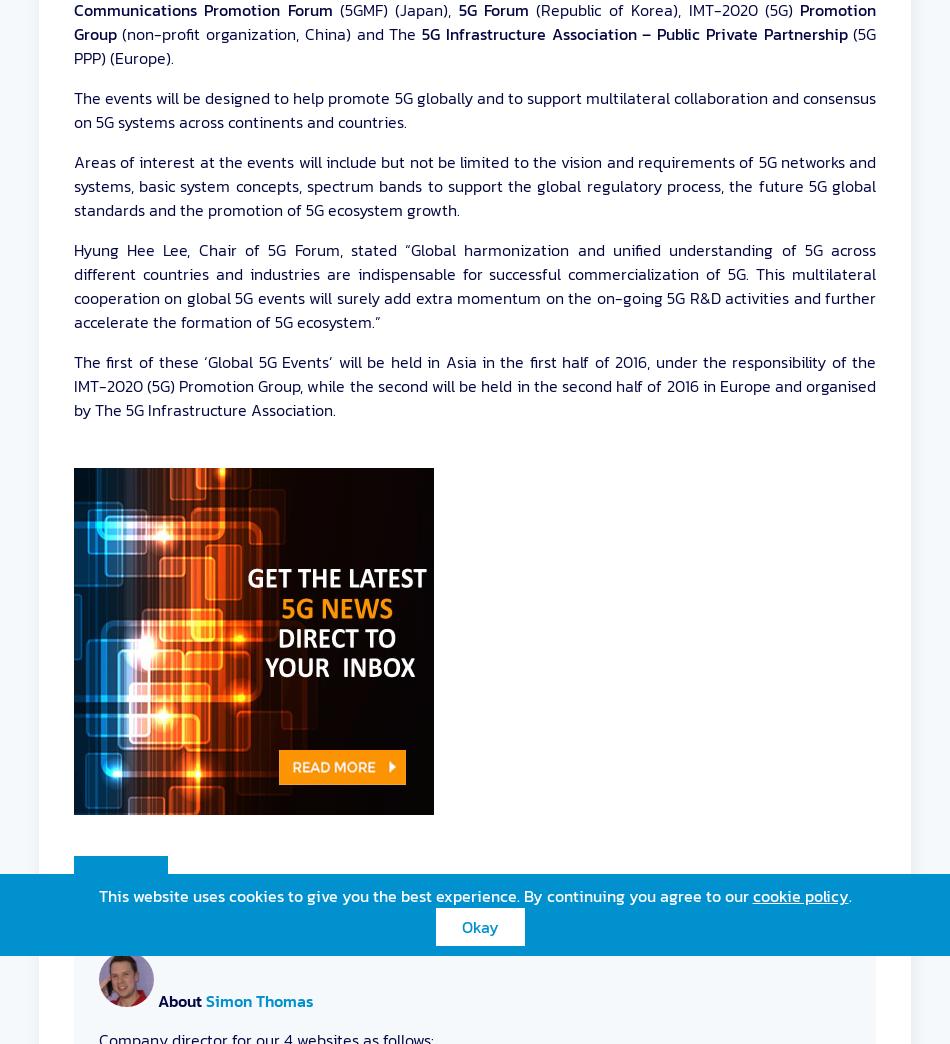 The width and height of the screenshot is (950, 1044). I want to click on 'This website uses cookies to give you the best experience. By continuing you agree to our', so click(424, 895).